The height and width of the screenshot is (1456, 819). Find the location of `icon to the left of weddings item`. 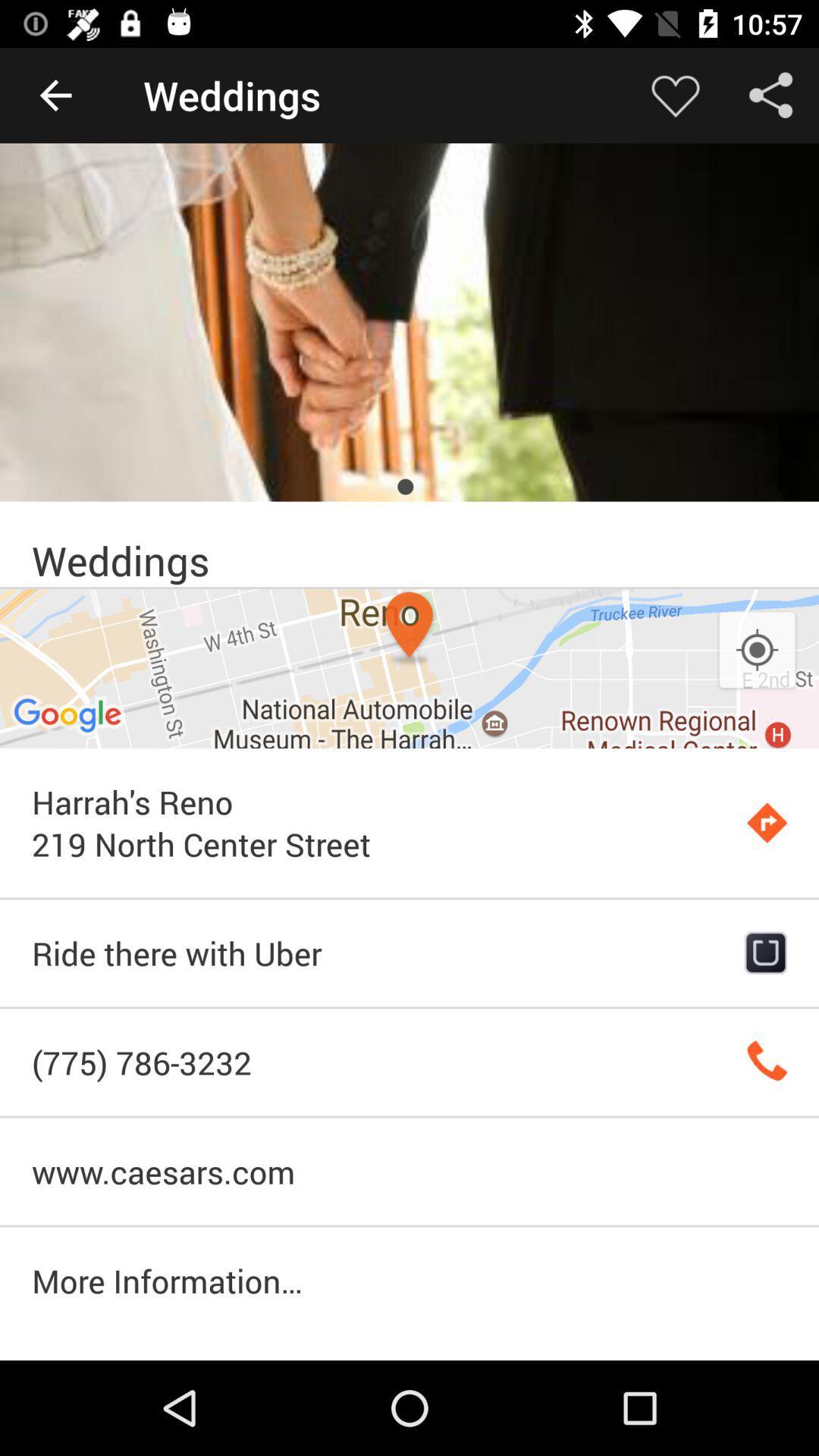

icon to the left of weddings item is located at coordinates (55, 94).